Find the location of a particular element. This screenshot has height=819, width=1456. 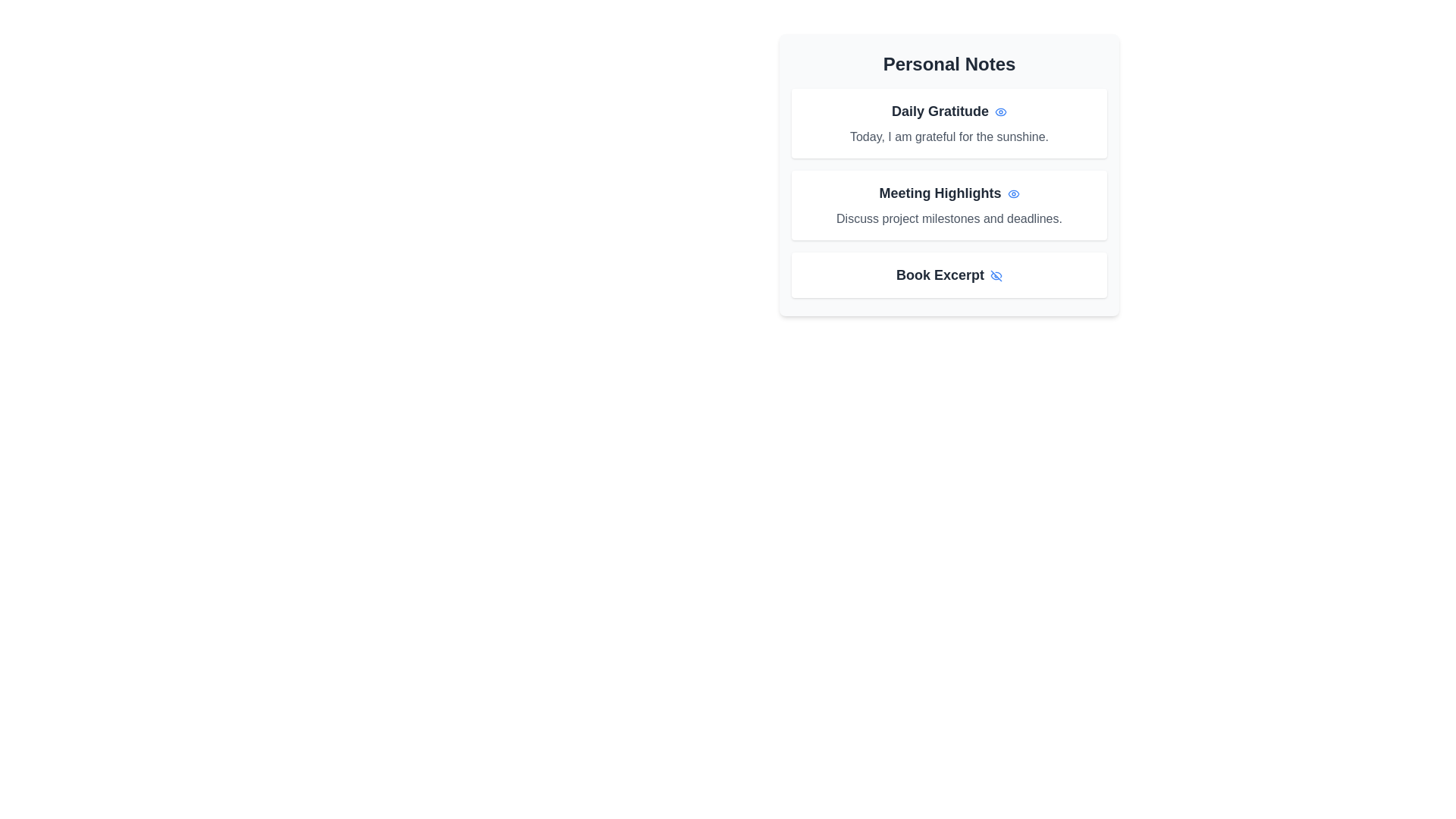

the eye icon of the note titled Book Excerpt to toggle its visibility is located at coordinates (996, 275).